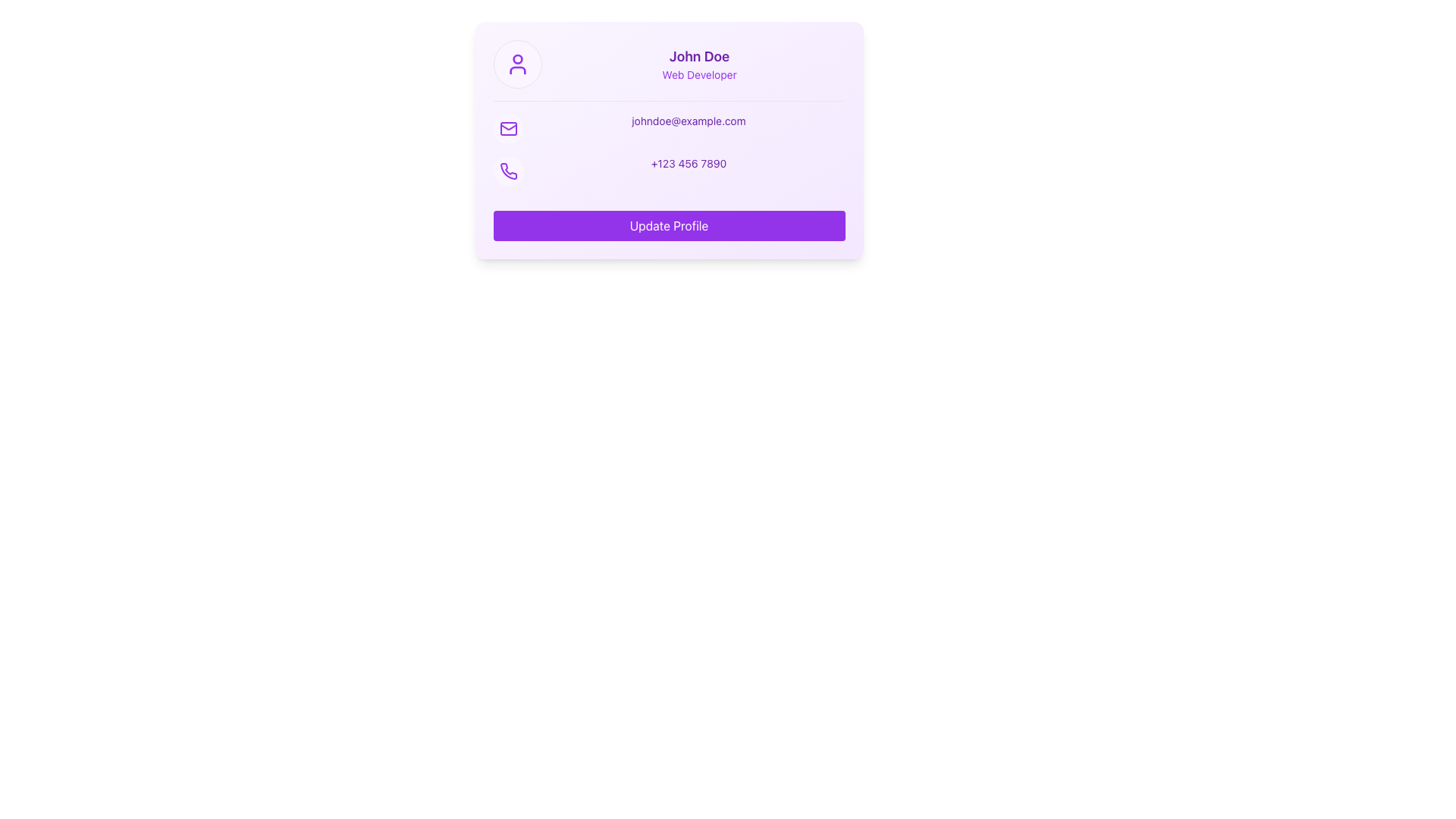 The height and width of the screenshot is (819, 1456). What do you see at coordinates (698, 75) in the screenshot?
I see `text content of the 'Web Developer' text label, which is a small purple font located beneath the 'John Doe' header in the profile card` at bounding box center [698, 75].